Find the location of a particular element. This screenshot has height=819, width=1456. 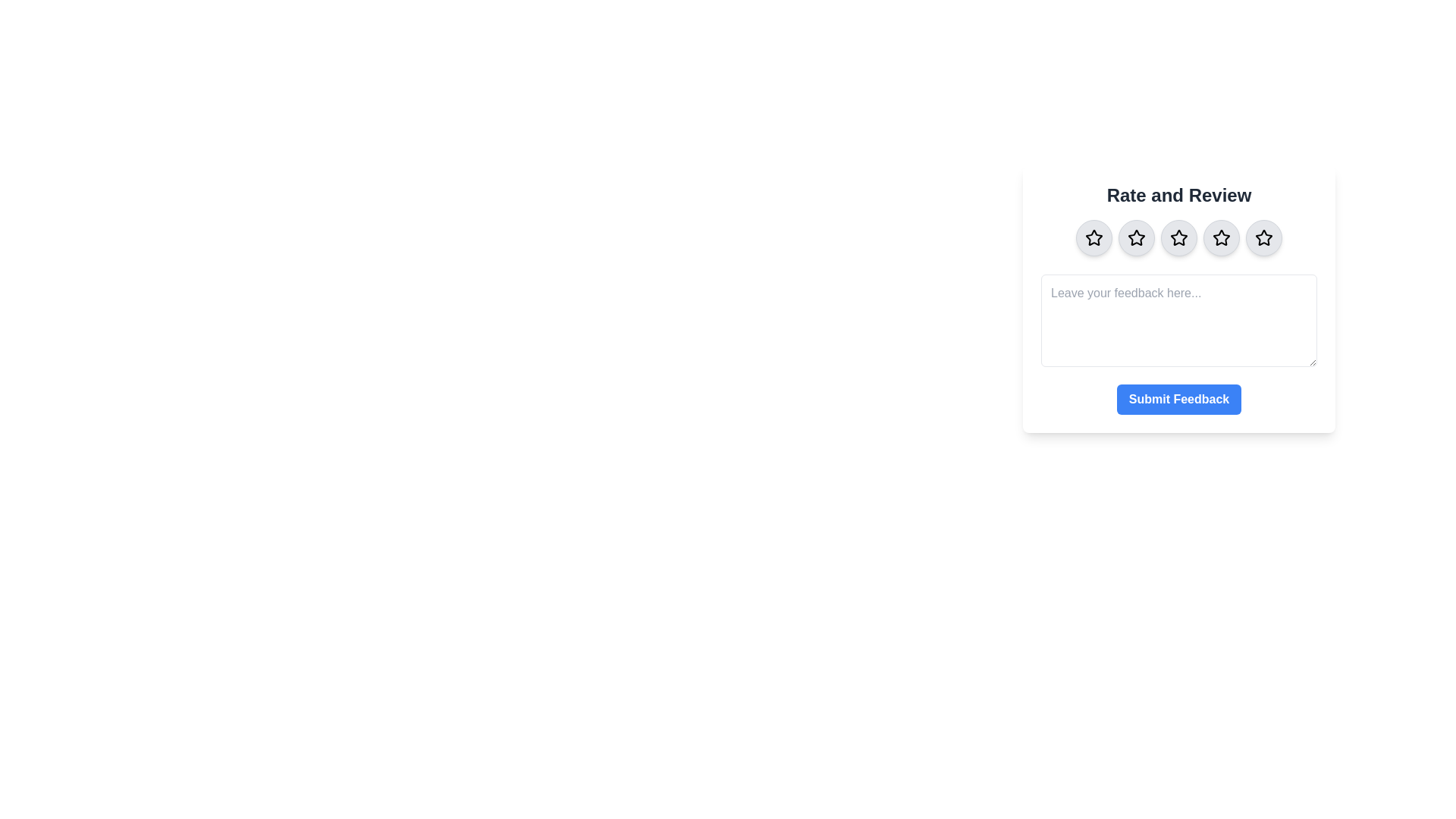

the second star icon in the horizontal row of five, which is styled with a black outline and a light gray background is located at coordinates (1136, 237).